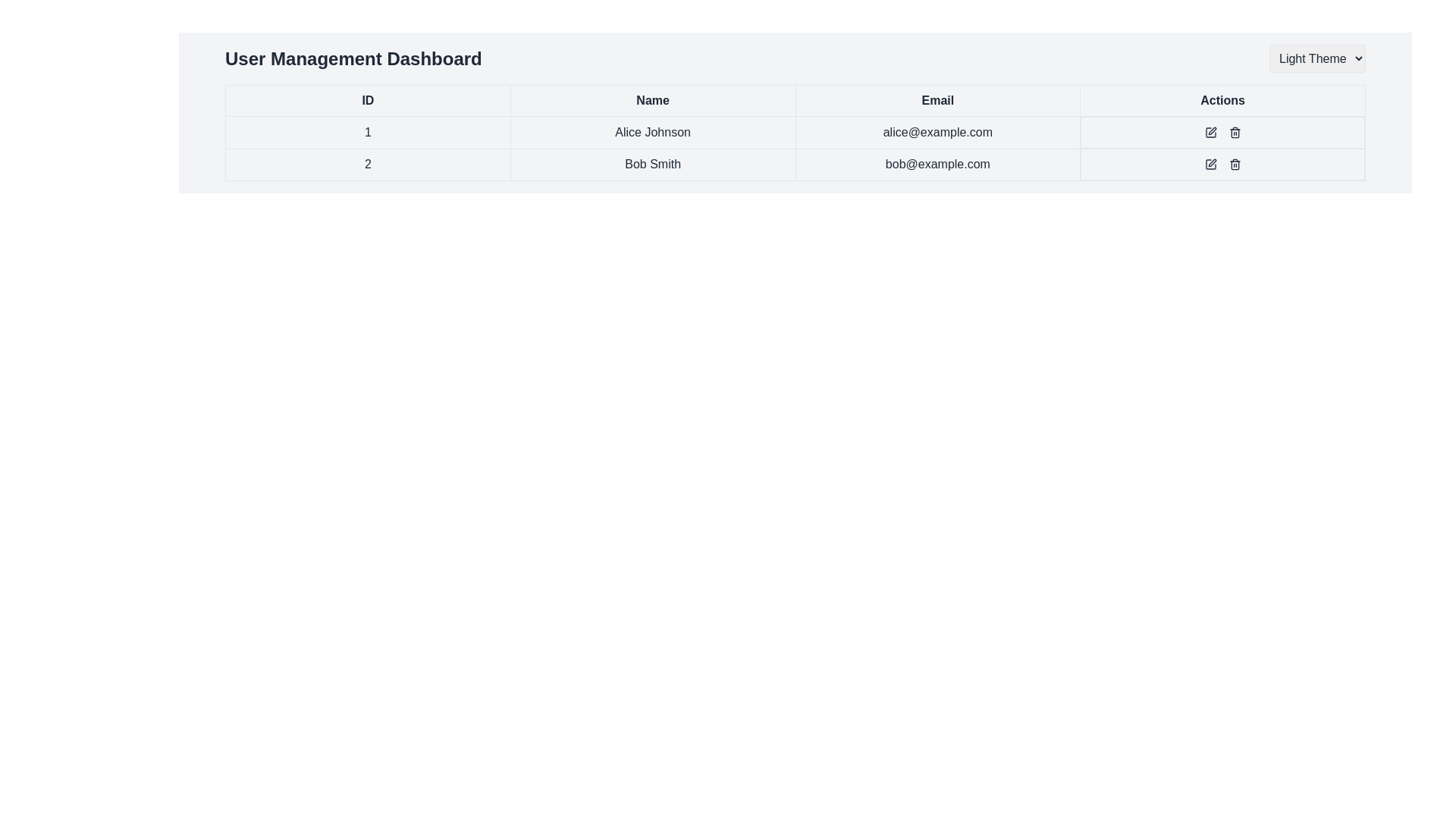 Image resolution: width=1456 pixels, height=819 pixels. Describe the element at coordinates (1210, 164) in the screenshot. I see `the icon button that resembles a pen and square in the actions column of the second row of the user management table` at that location.